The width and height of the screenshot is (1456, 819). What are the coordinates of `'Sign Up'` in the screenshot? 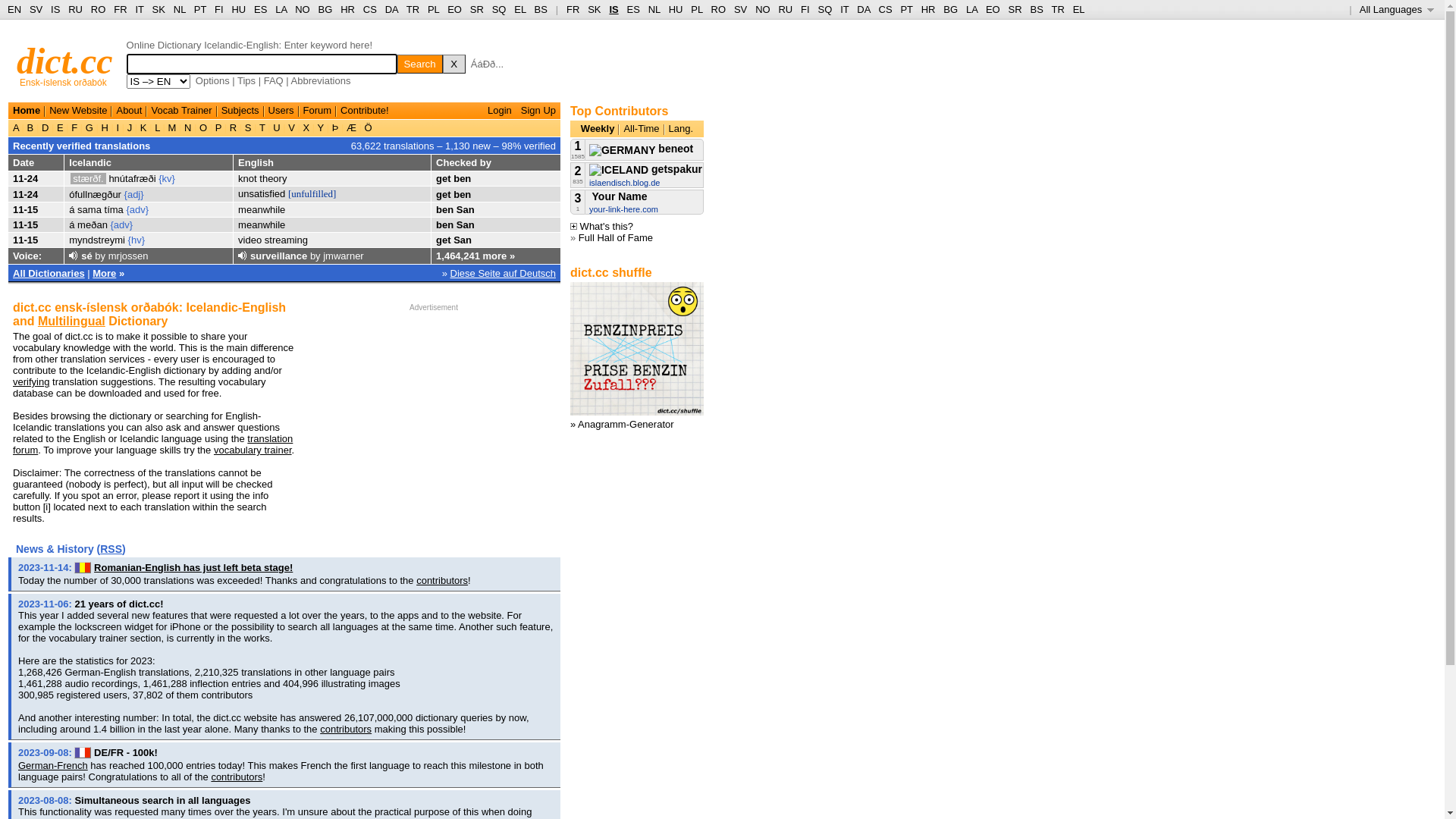 It's located at (538, 109).